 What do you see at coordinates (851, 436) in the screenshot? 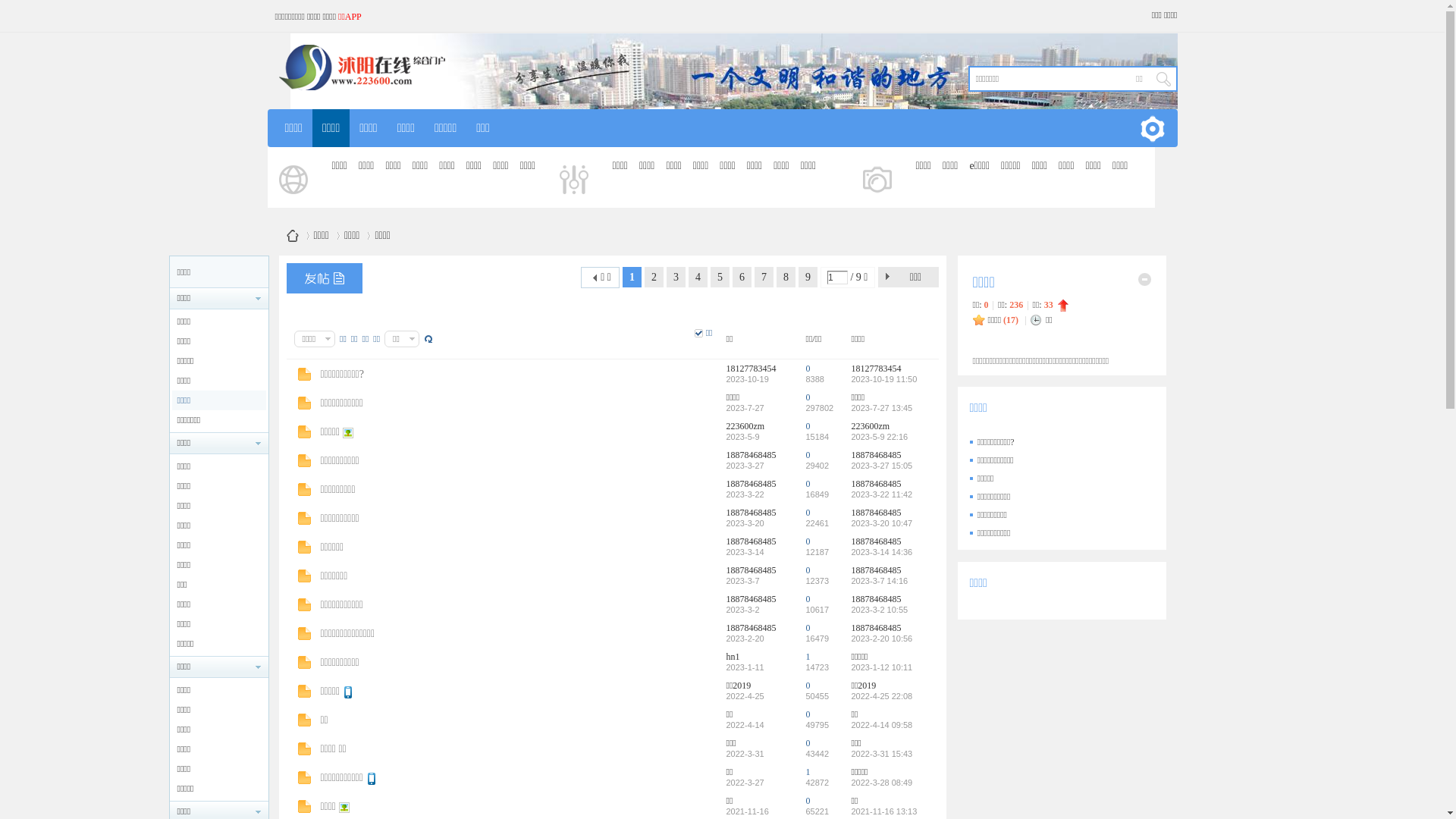
I see `'2023-5-9 22:16'` at bounding box center [851, 436].